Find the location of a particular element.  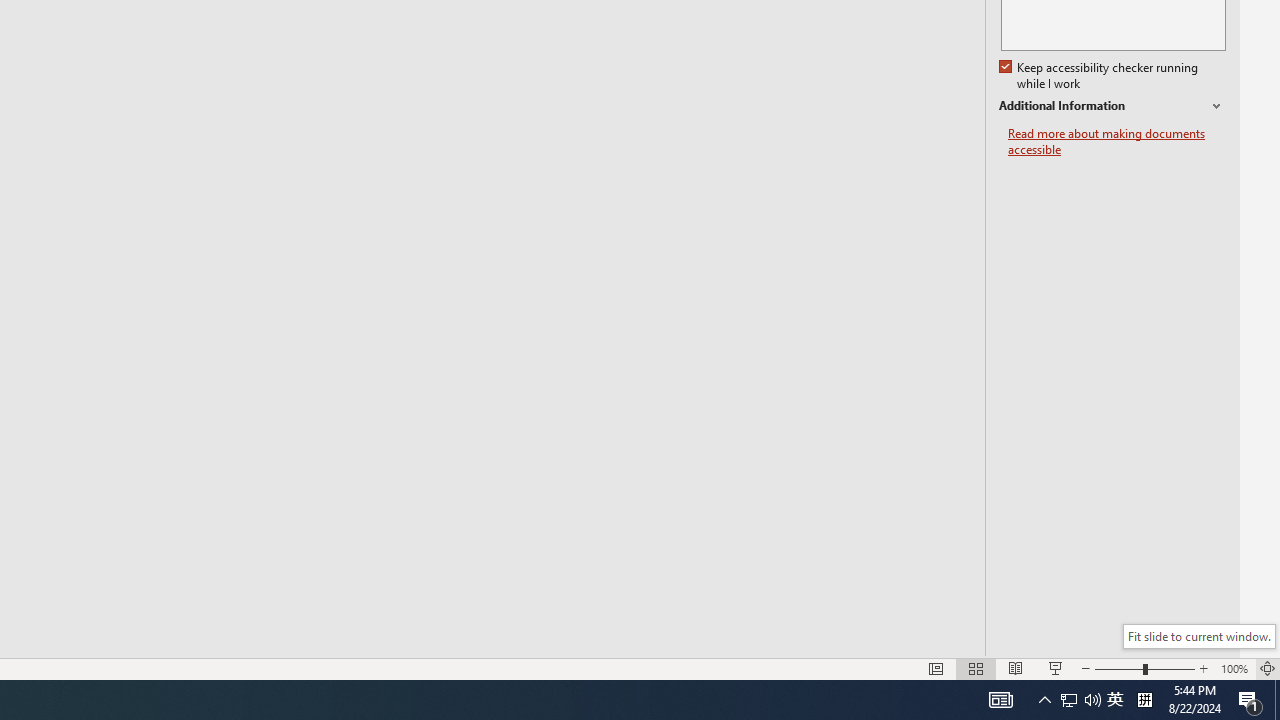

'Zoom In' is located at coordinates (1203, 669).